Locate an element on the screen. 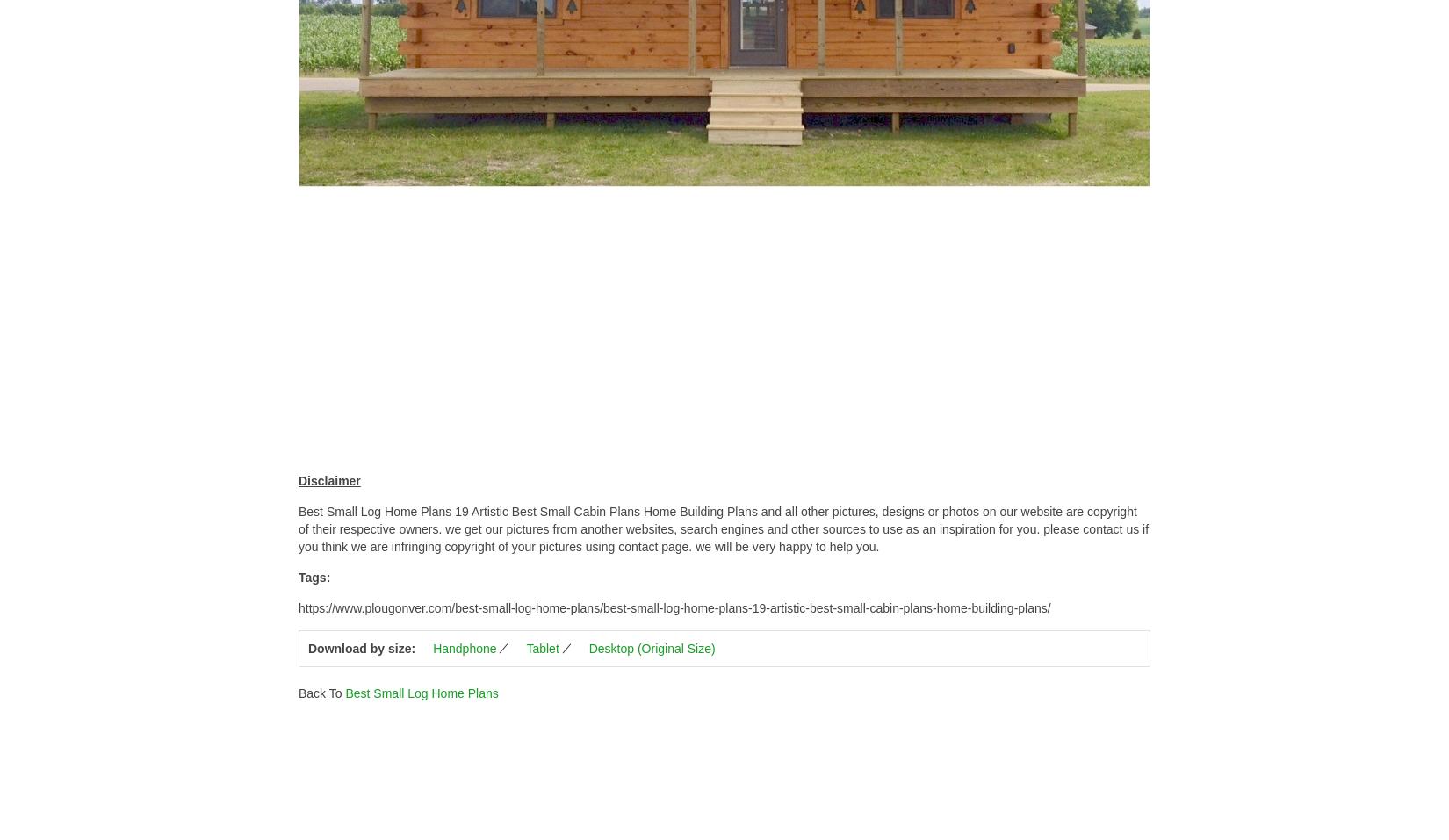 Image resolution: width=1449 pixels, height=840 pixels. 'Best Small Log Home Plans 19 Artistic Best Small Cabin Plans Home Building Plans and all other pictures, designs or photos on our website are copyright of their respective owners. we get our pictures from another websites, search engines and other sources to use as an inspiration for you. please contact us if you think we are infringing copyright of your pictures using contact page. we will be very happy to help you.' is located at coordinates (723, 527).